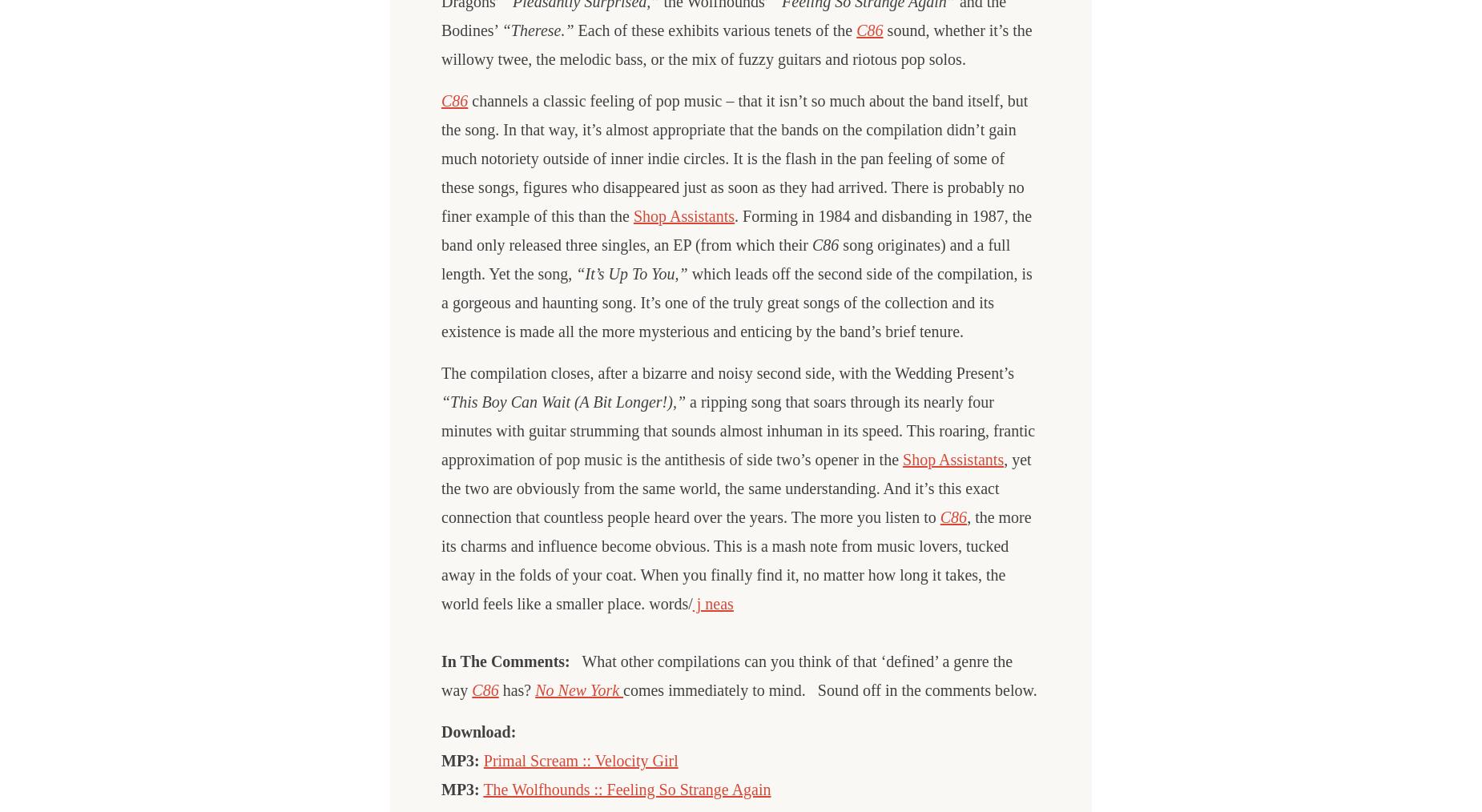  What do you see at coordinates (441, 302) in the screenshot?
I see `'which leads off the second side of the compilation, is a gorgeous and haunting song.  It’s one of the truly great songs of the collection and its existence is made all the more mysterious and enticing by the band’s brief tenure.'` at bounding box center [441, 302].